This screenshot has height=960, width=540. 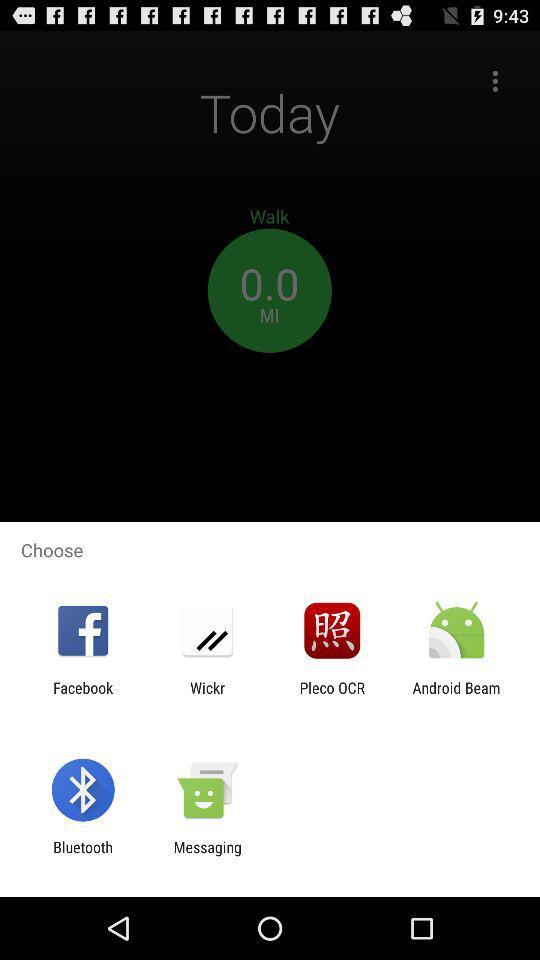 What do you see at coordinates (82, 855) in the screenshot?
I see `bluetooth app` at bounding box center [82, 855].